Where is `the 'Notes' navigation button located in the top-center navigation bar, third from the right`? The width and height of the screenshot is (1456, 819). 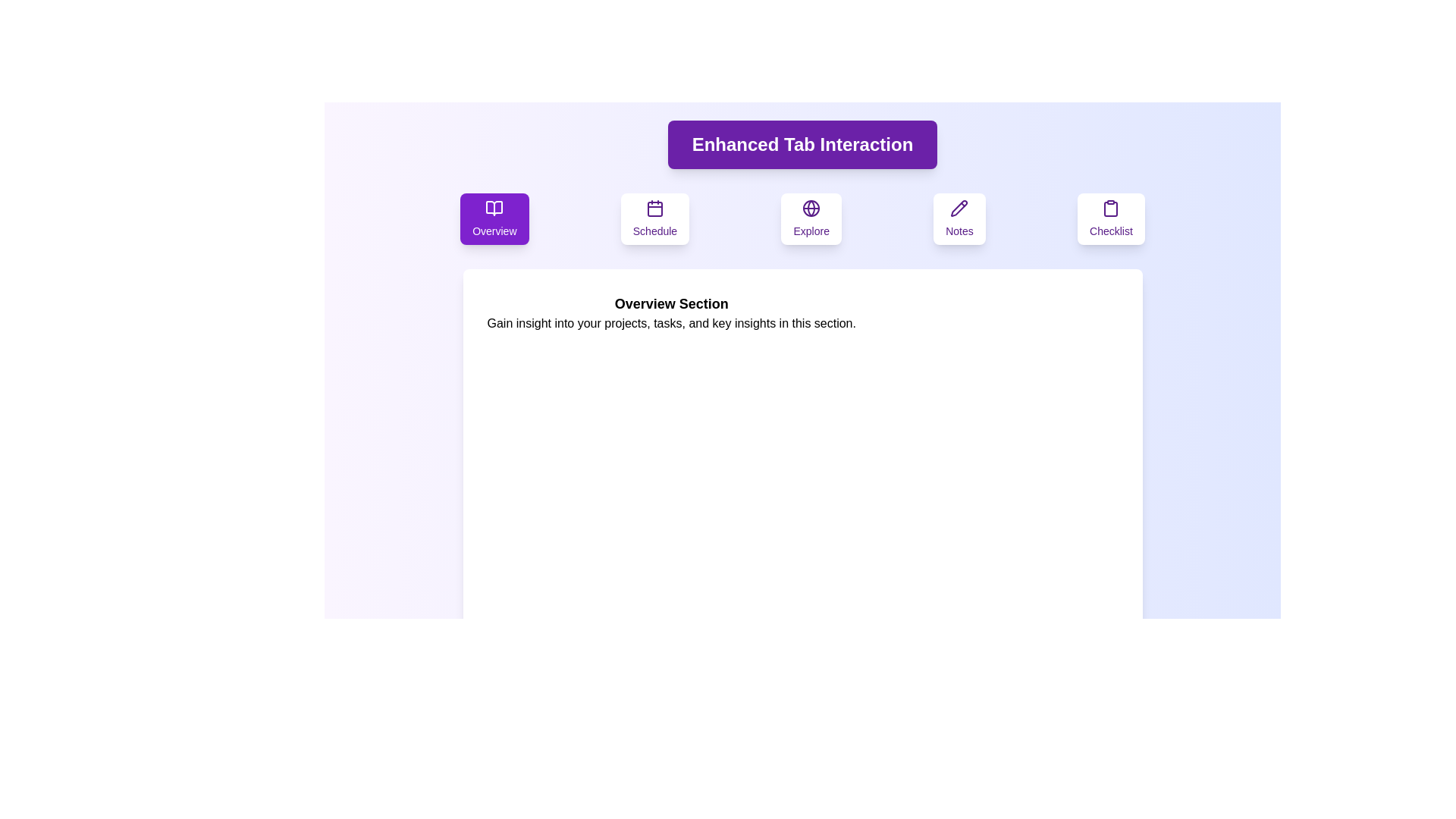
the 'Notes' navigation button located in the top-center navigation bar, third from the right is located at coordinates (959, 219).